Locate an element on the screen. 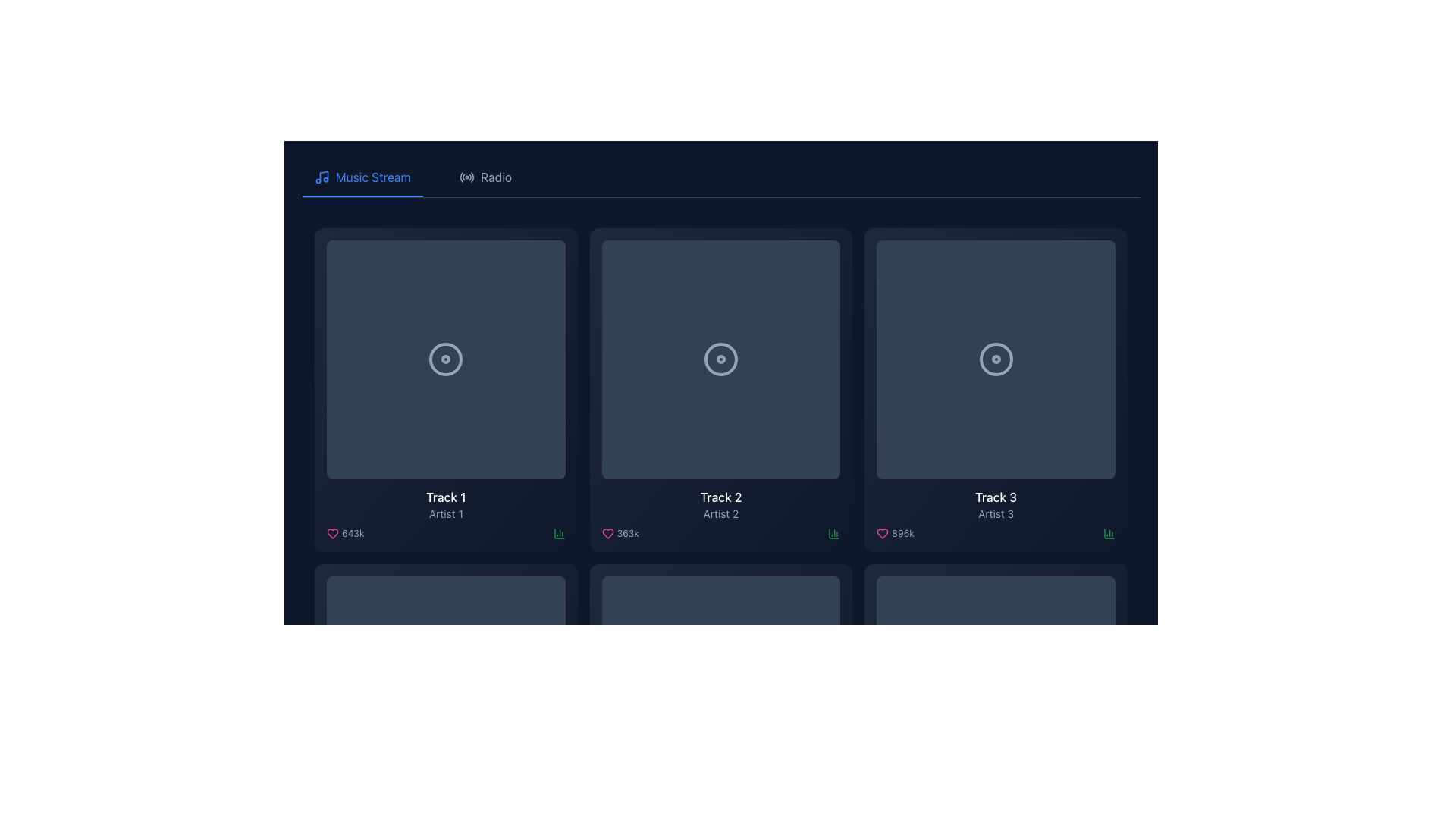 This screenshot has width=1456, height=819. the green column chart icon located in the bottom-right section of the 'Track 2' card is located at coordinates (558, 532).